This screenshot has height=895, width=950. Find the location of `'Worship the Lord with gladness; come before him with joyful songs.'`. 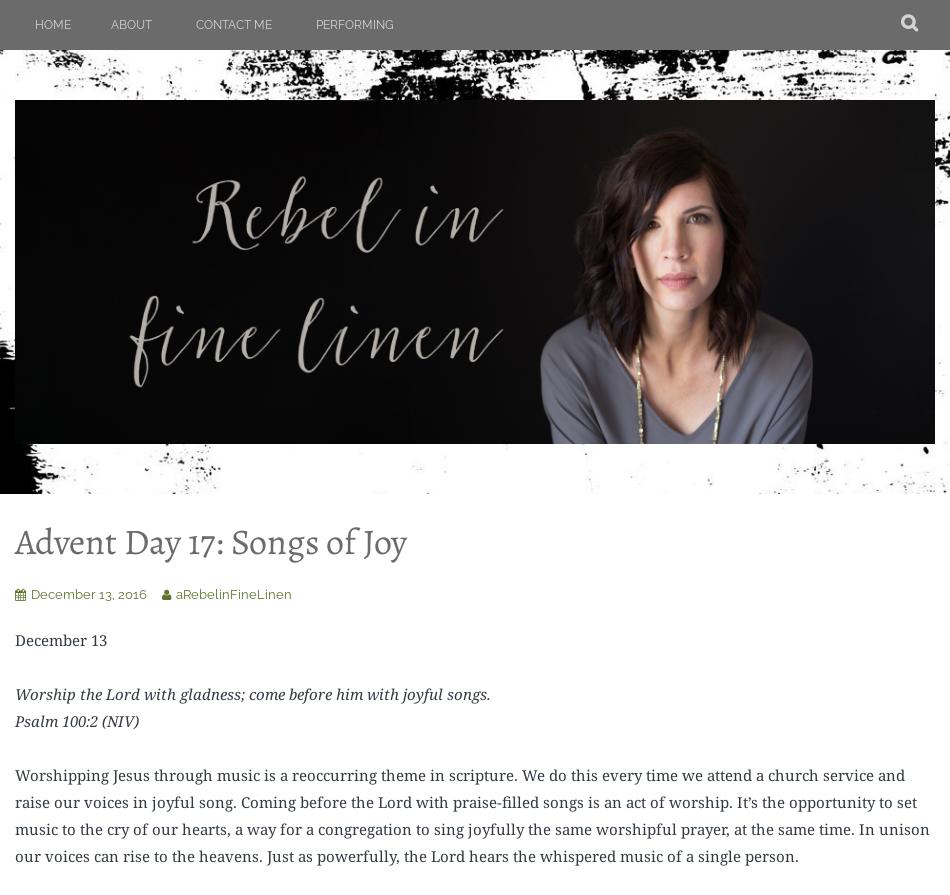

'Worship the Lord with gladness; come before him with joyful songs.' is located at coordinates (251, 691).